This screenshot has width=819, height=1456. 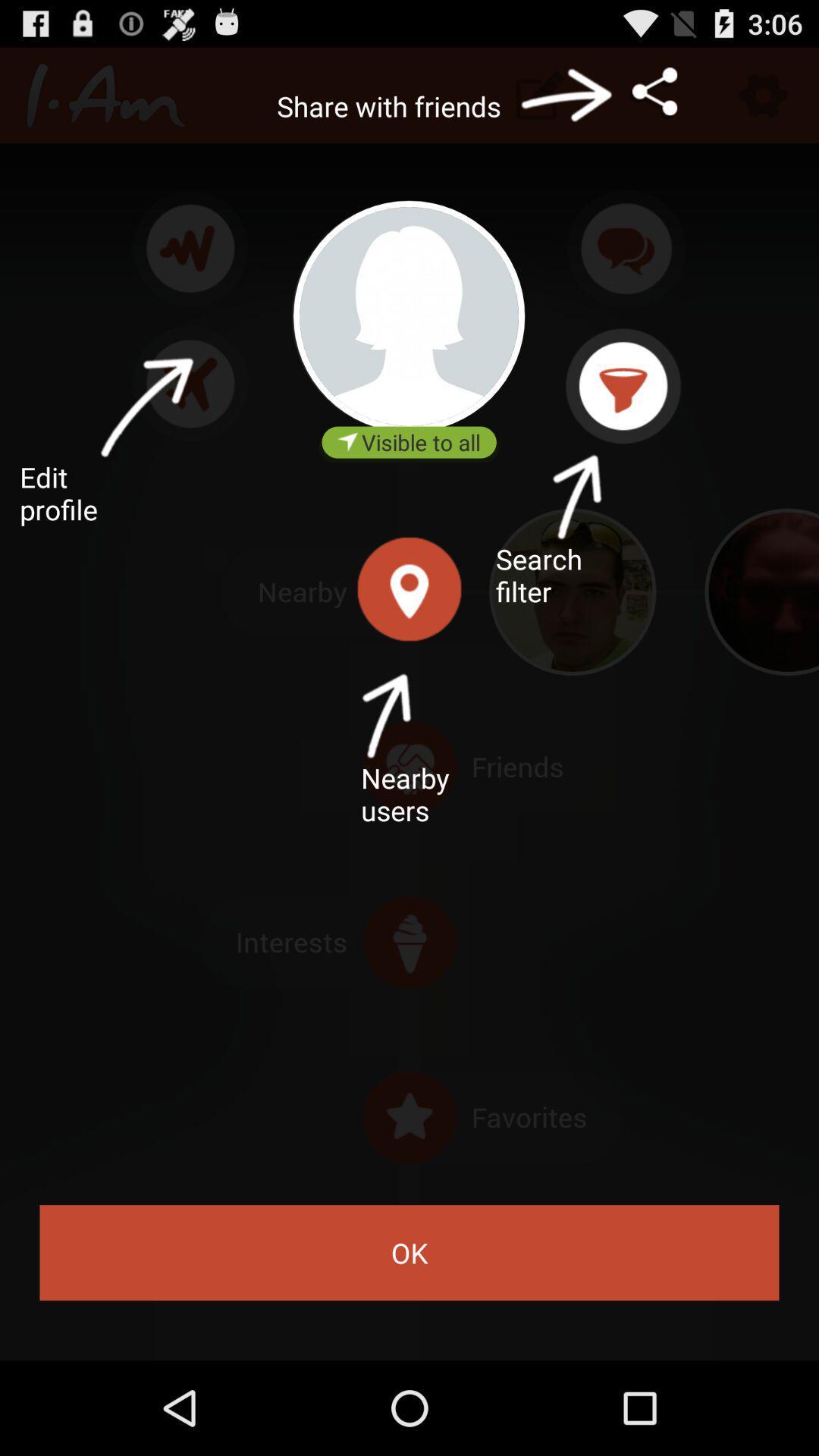 I want to click on ok item, so click(x=409, y=1253).